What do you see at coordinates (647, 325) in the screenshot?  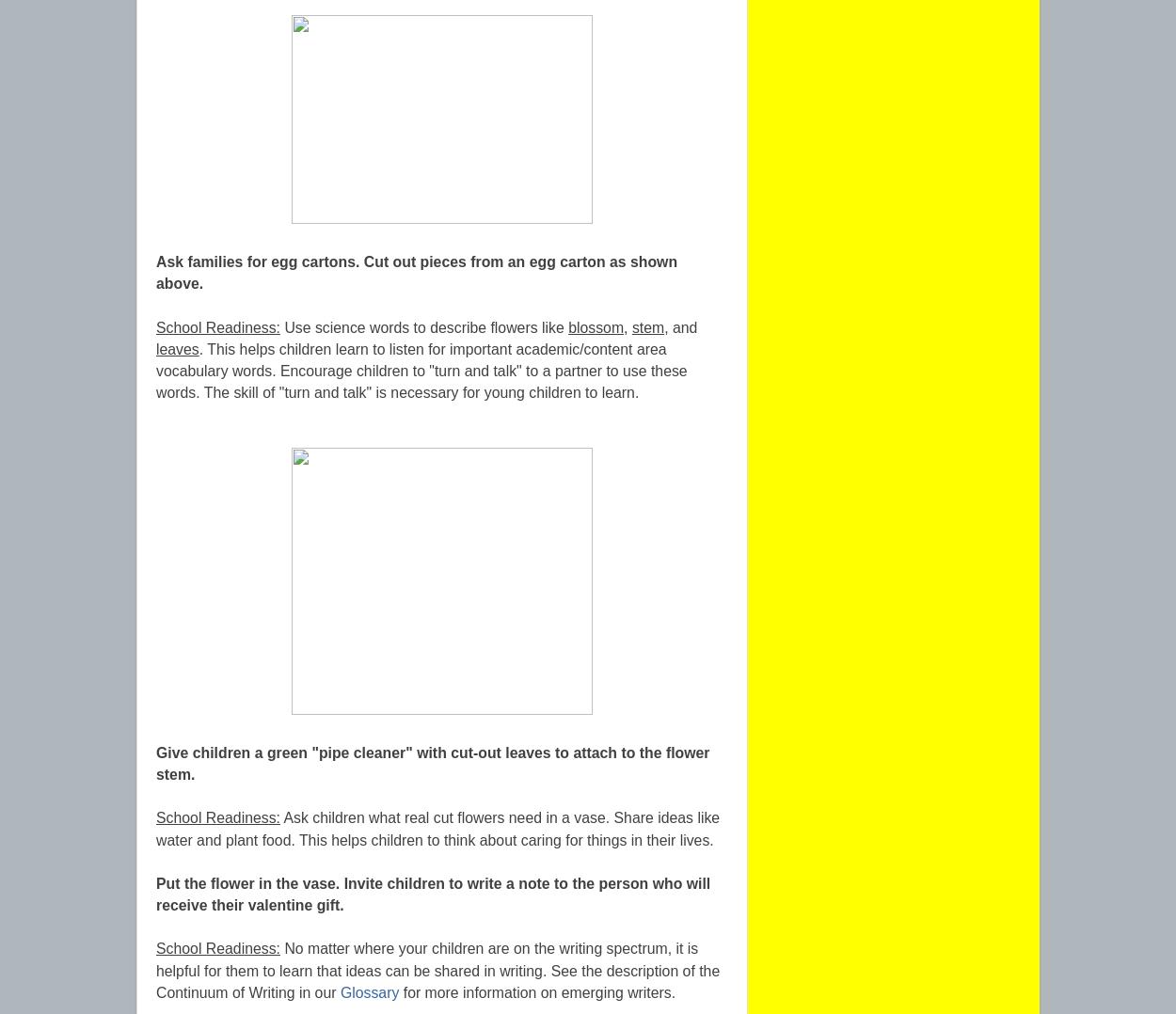 I see `'stem'` at bounding box center [647, 325].